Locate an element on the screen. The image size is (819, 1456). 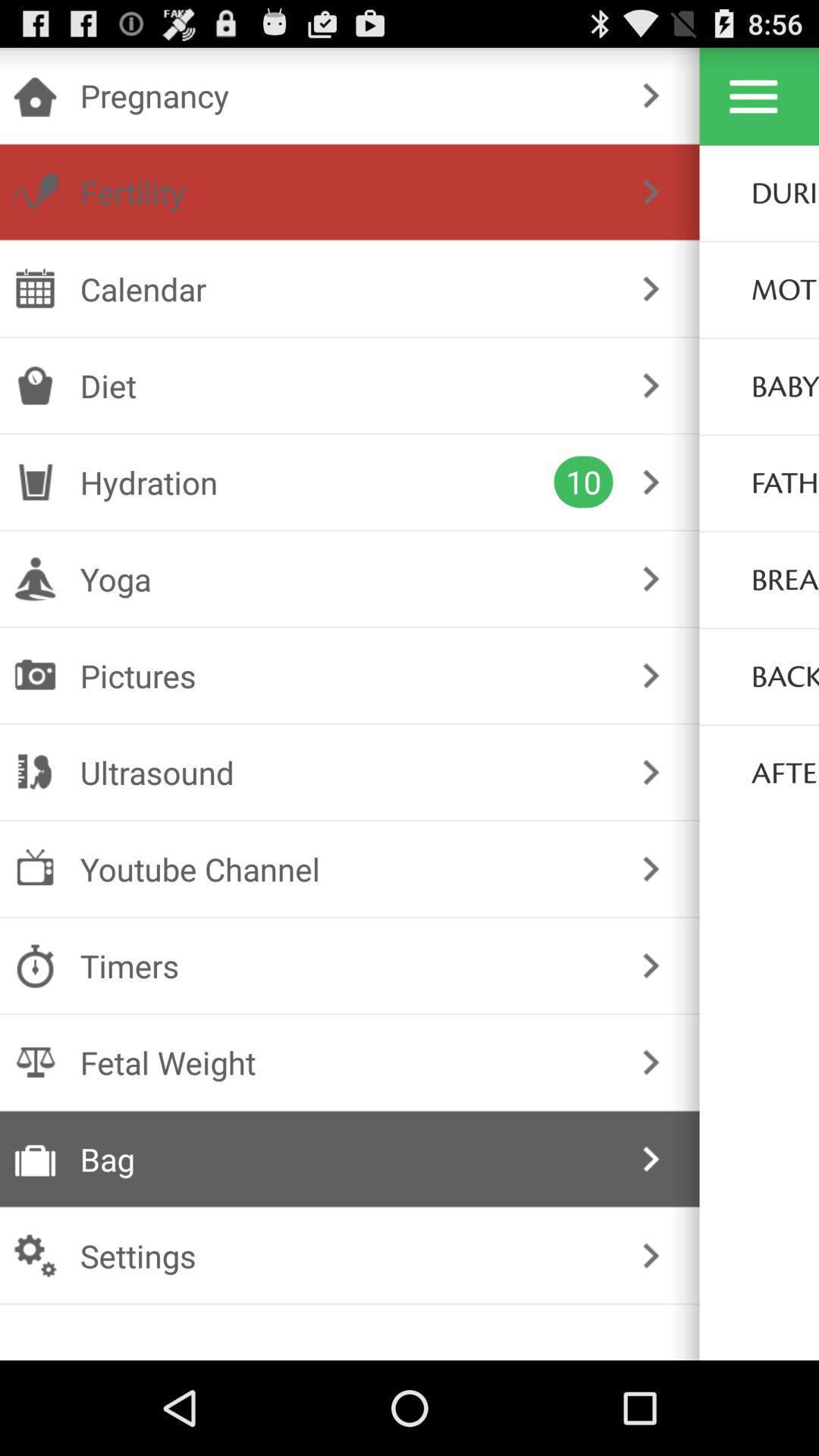
calendar is located at coordinates (347, 288).